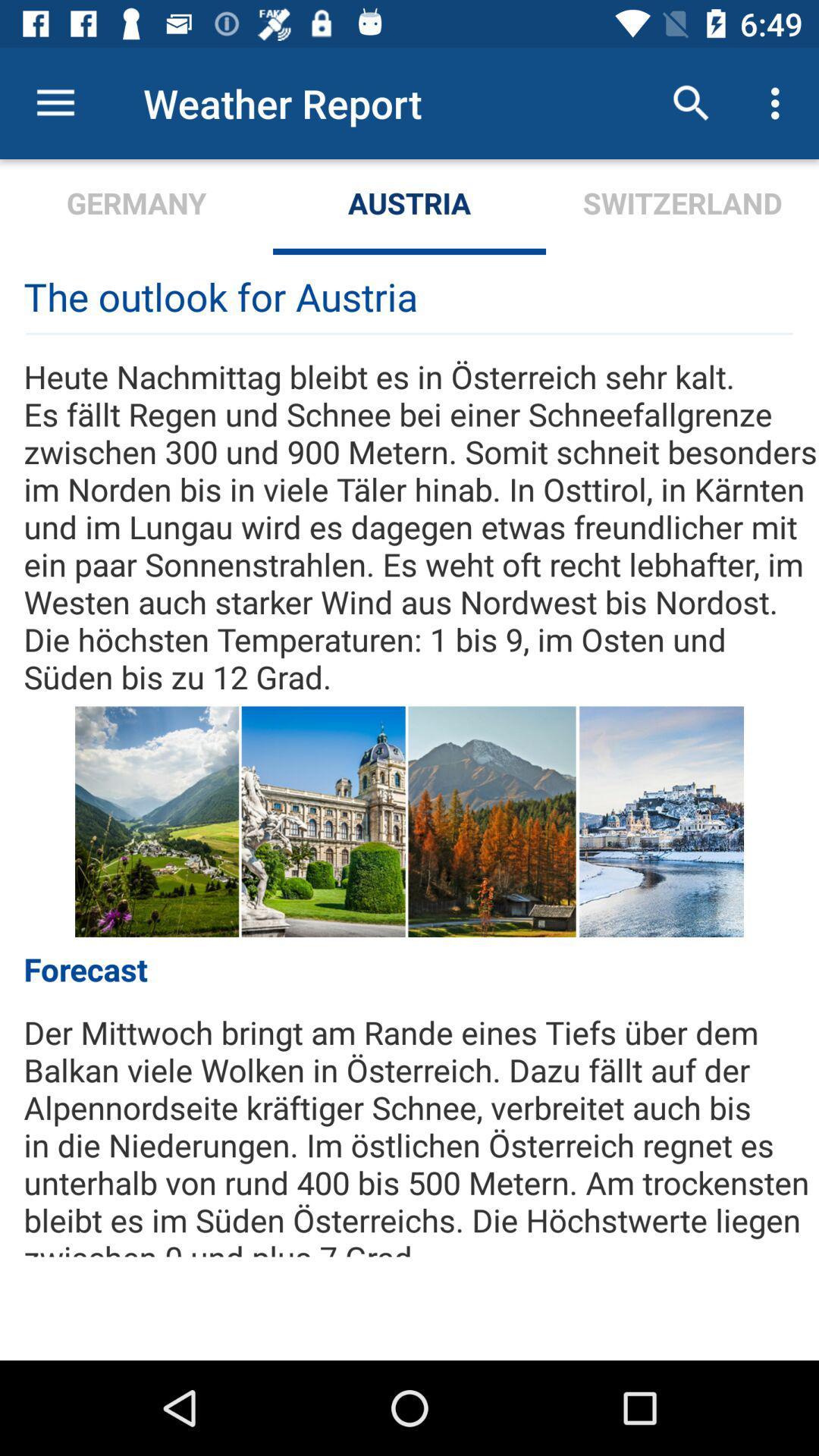 This screenshot has width=819, height=1456. Describe the element at coordinates (55, 102) in the screenshot. I see `the icon to the left of the weather report` at that location.